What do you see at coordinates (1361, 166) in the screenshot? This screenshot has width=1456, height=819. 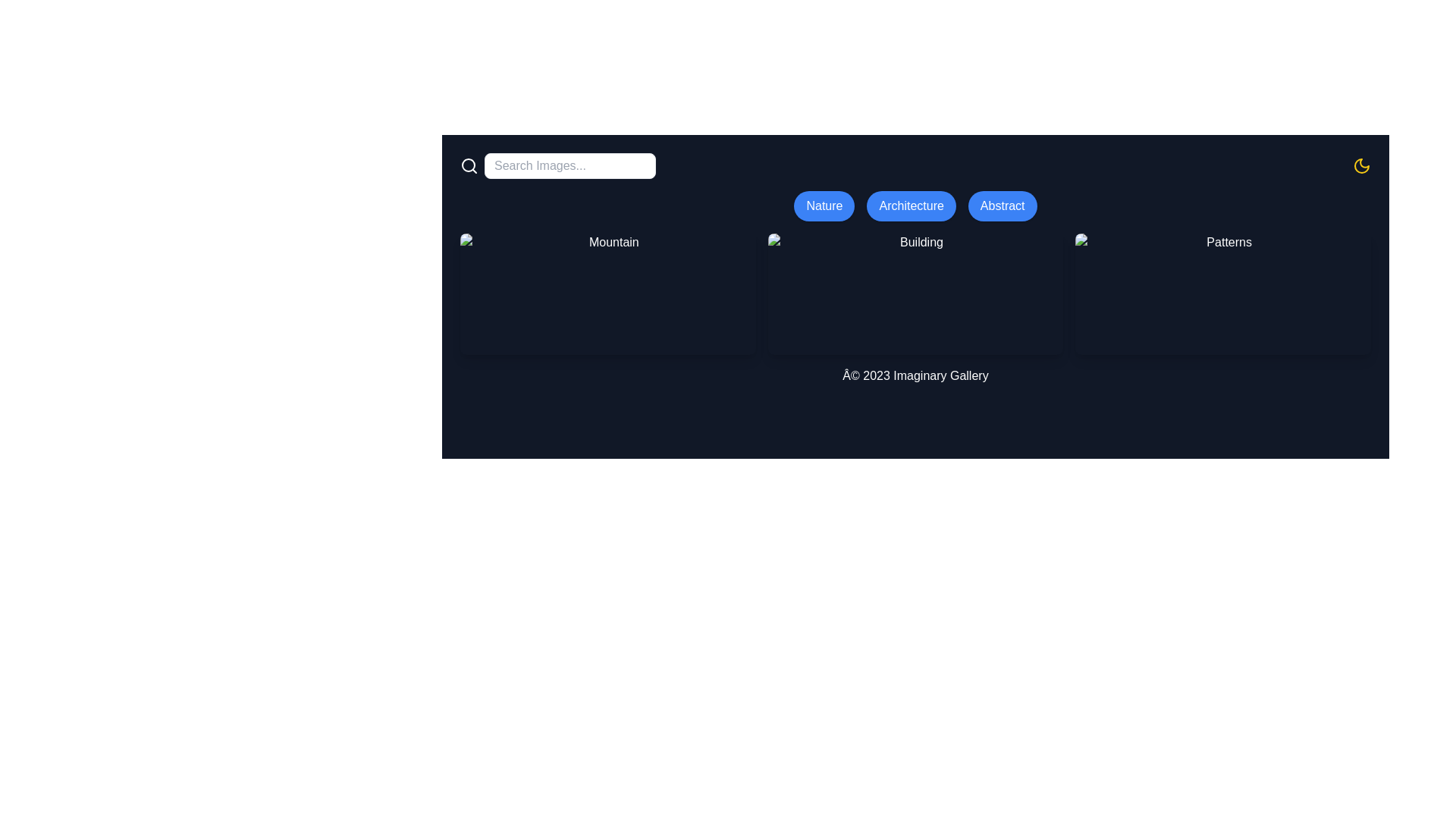 I see `the yellow crescent moon icon button located at the top right corner of the webpage` at bounding box center [1361, 166].